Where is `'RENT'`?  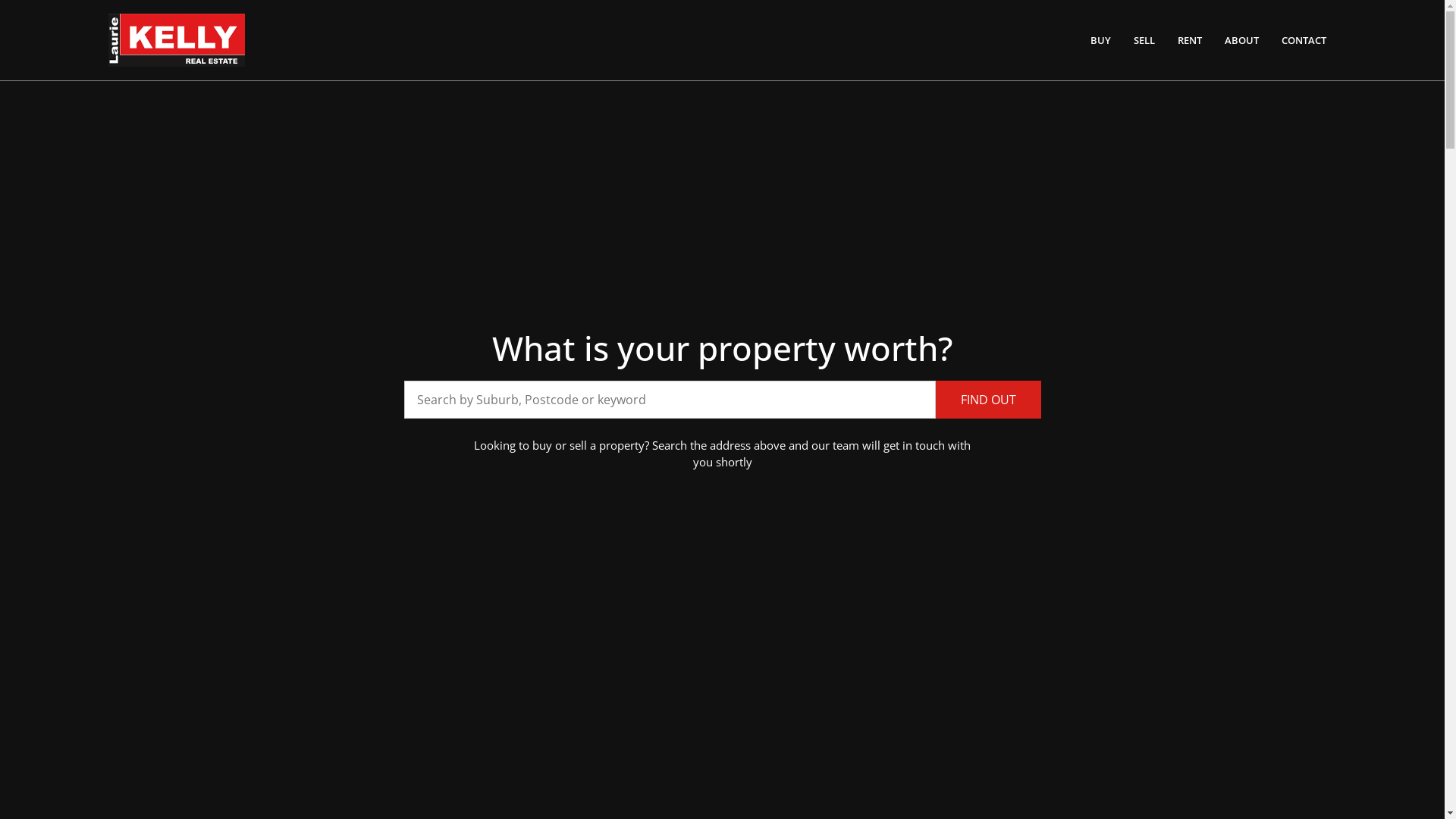
'RENT' is located at coordinates (1189, 39).